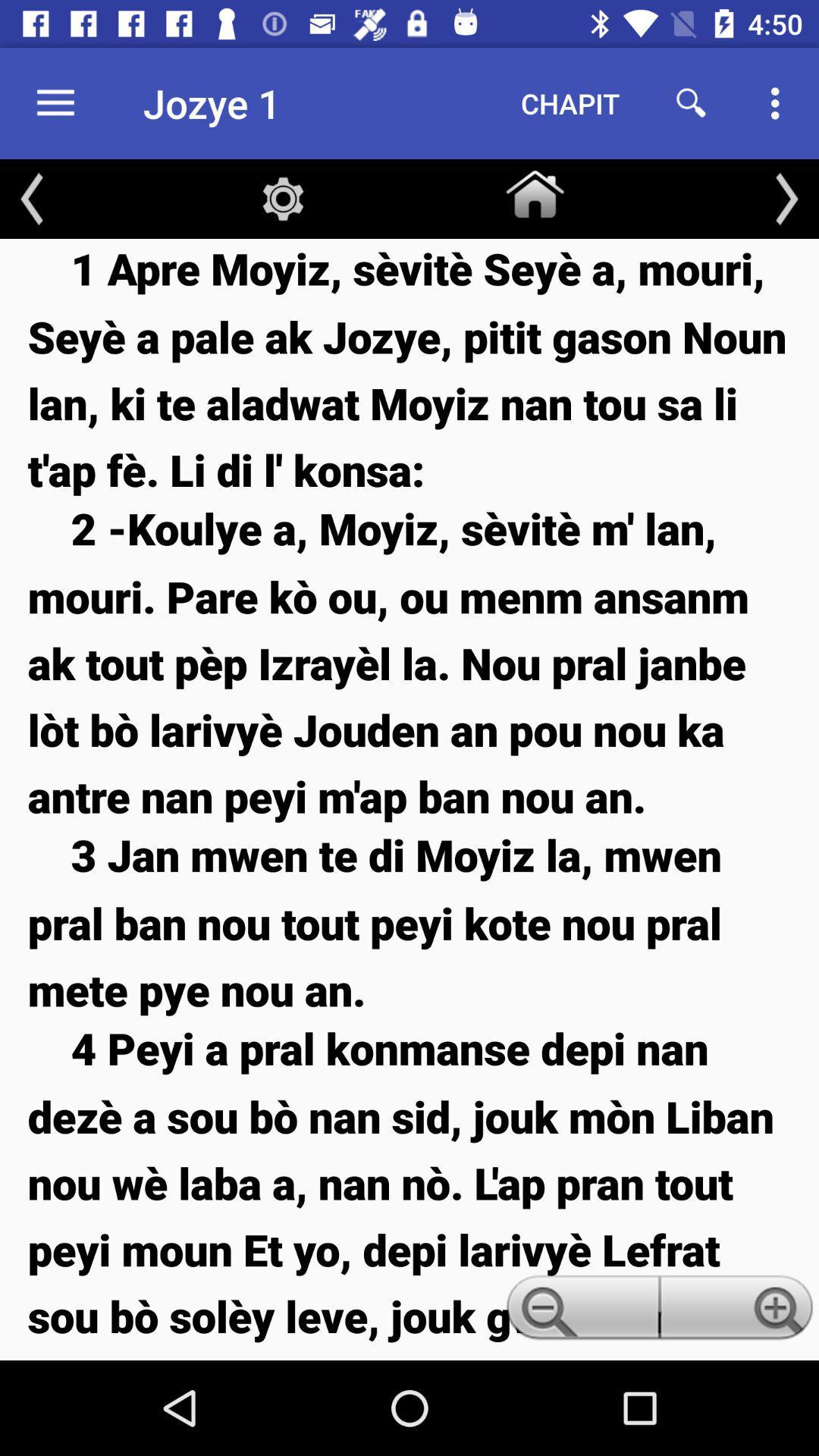 This screenshot has height=1456, width=819. Describe the element at coordinates (786, 198) in the screenshot. I see `the item above the 1 apre moyiz item` at that location.